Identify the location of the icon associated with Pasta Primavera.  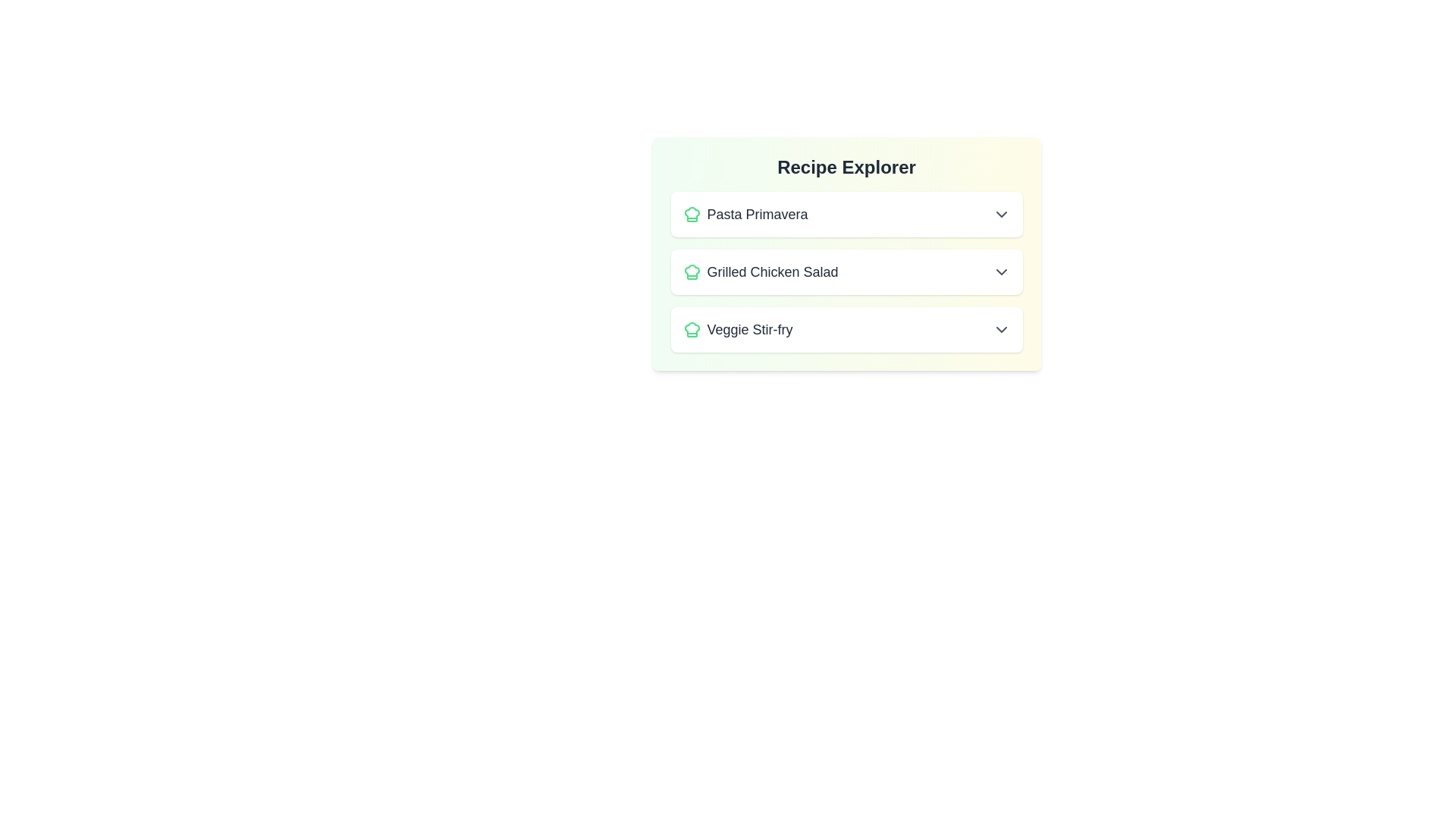
(691, 214).